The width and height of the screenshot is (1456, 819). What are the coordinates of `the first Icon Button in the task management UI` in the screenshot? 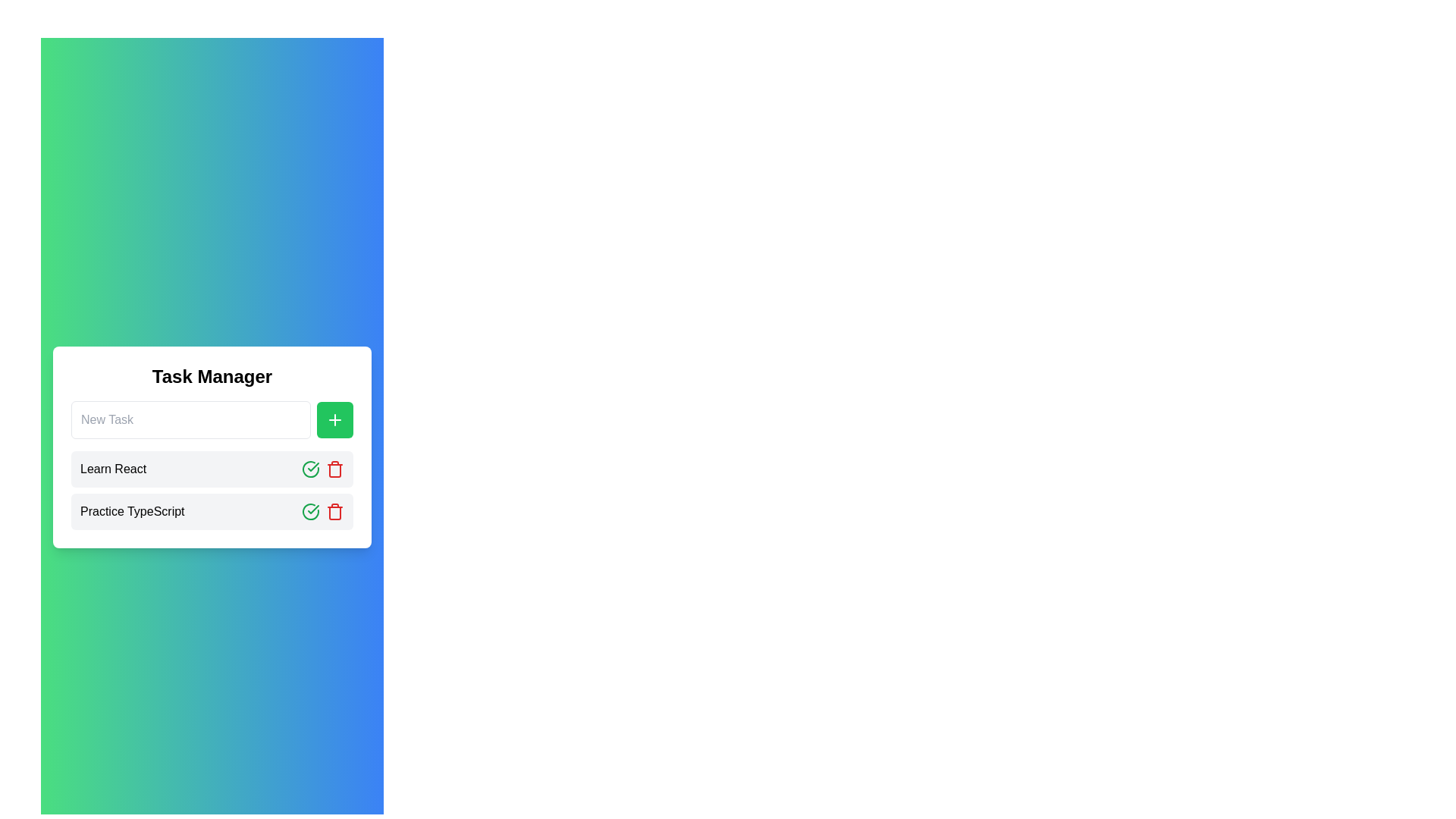 It's located at (309, 512).